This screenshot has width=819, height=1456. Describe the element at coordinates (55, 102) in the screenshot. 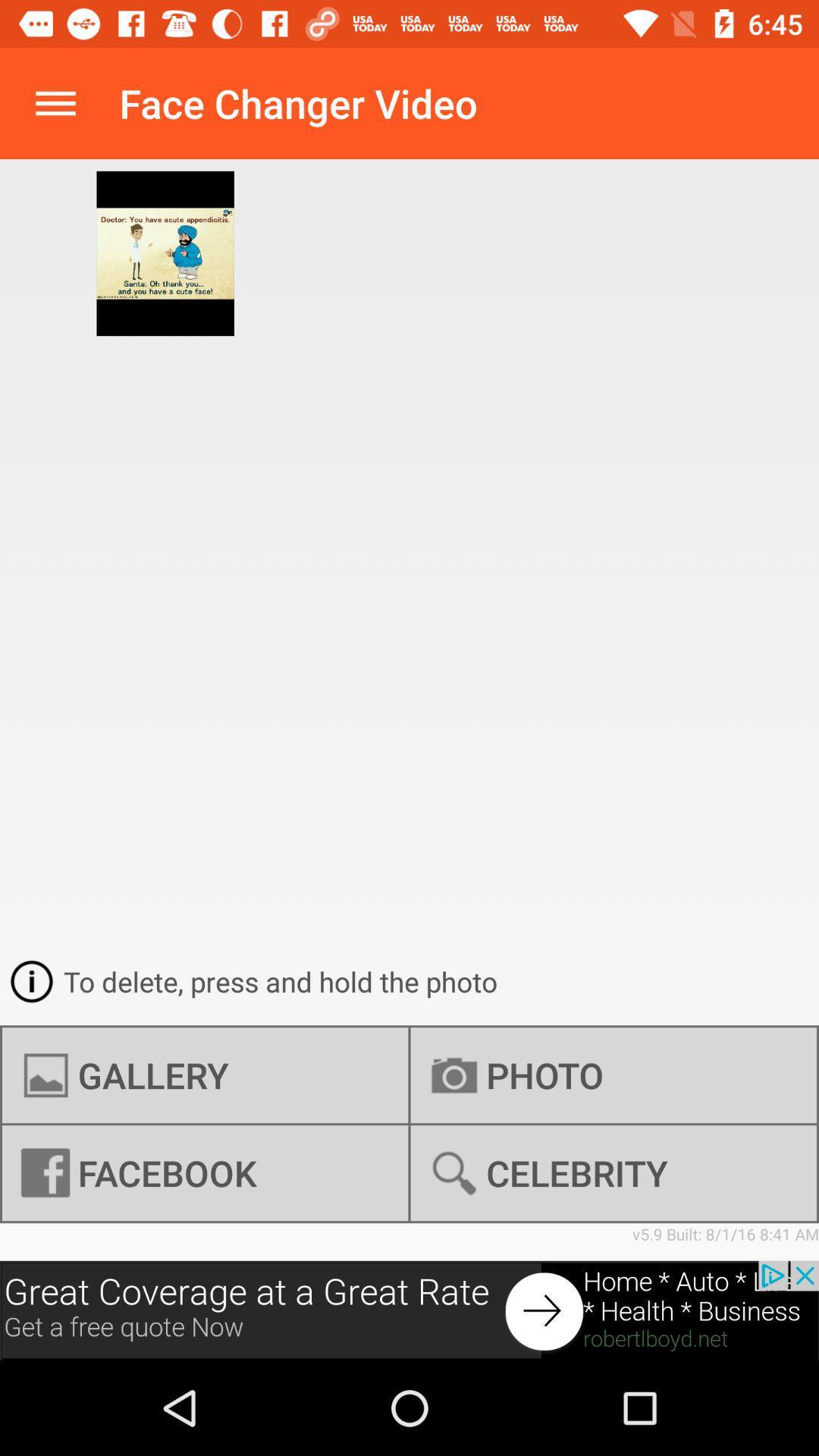

I see `icon next to the face changer video app` at that location.